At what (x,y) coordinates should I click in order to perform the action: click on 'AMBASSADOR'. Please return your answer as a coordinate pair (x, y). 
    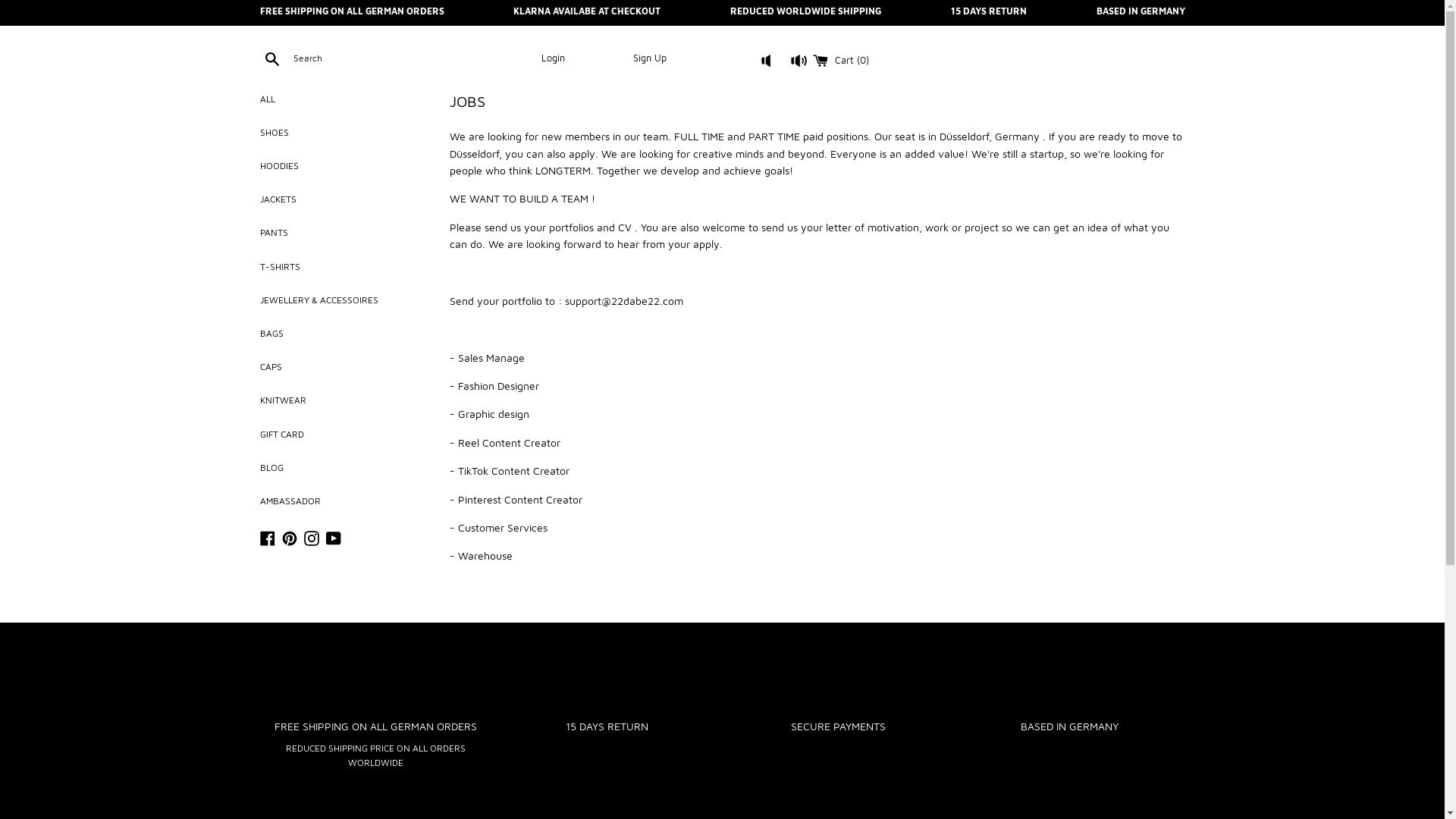
    Looking at the image, I should click on (259, 500).